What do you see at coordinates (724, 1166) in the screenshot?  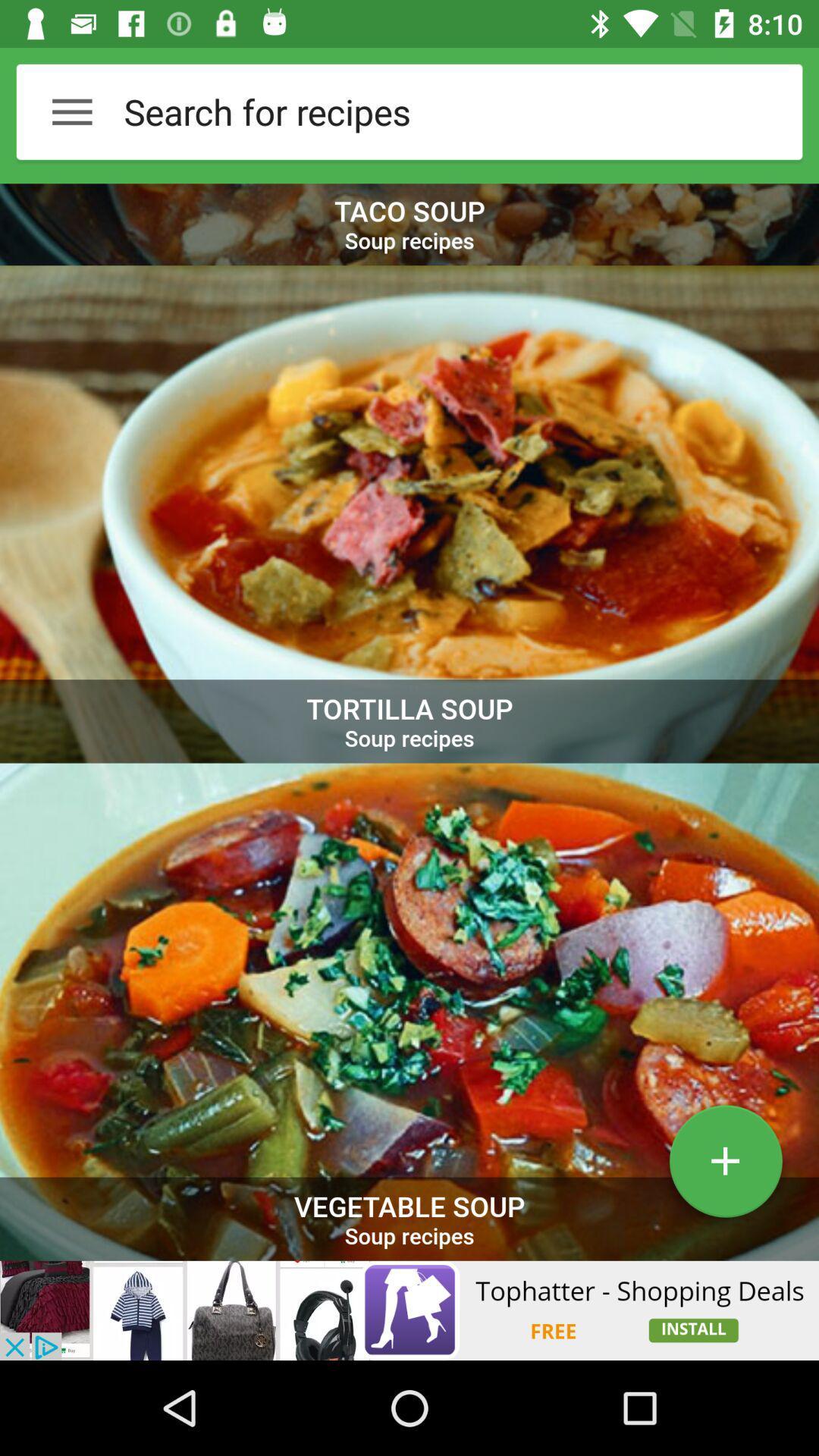 I see `the add icon` at bounding box center [724, 1166].